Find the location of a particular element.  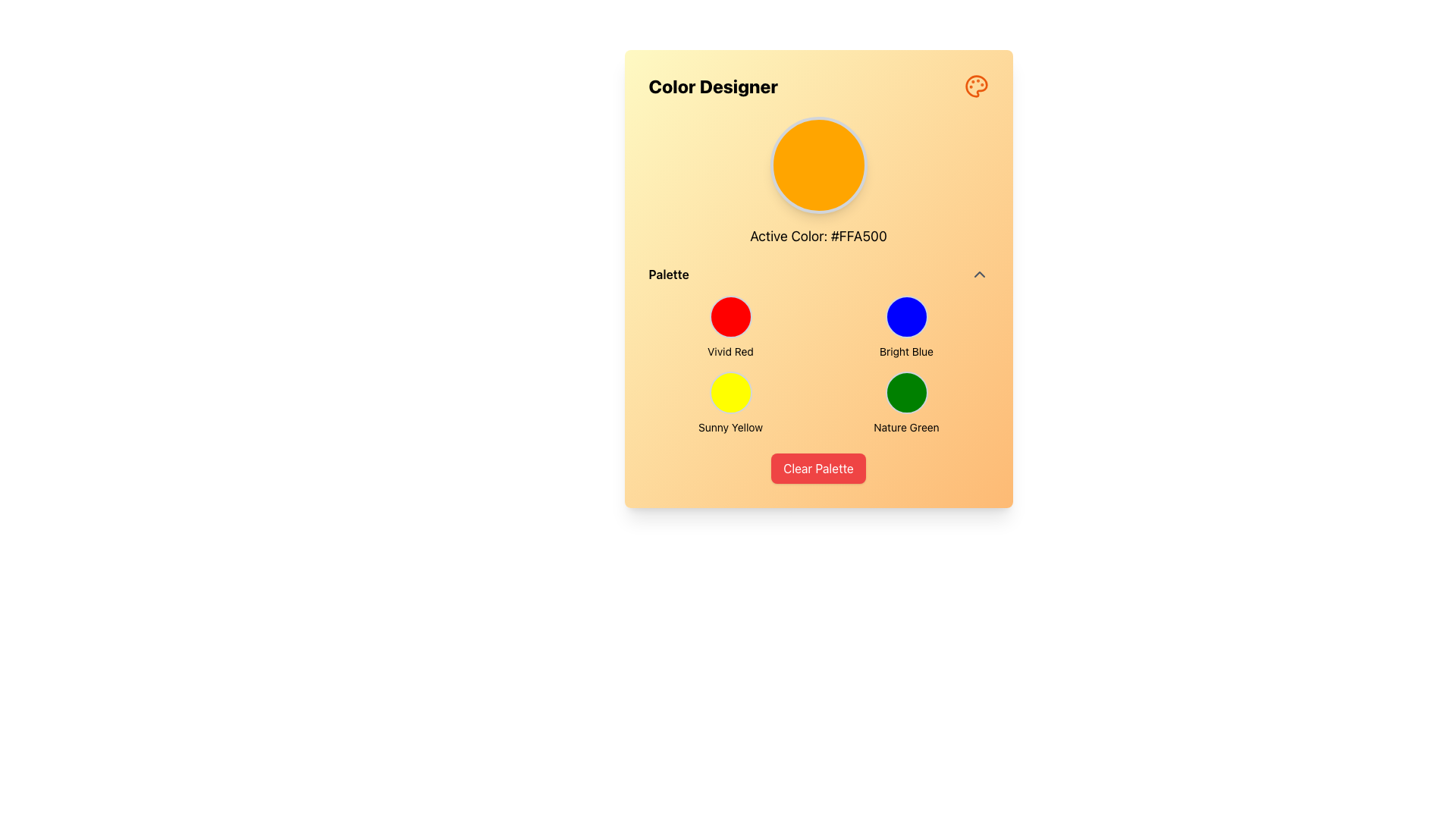

the central circular element of the orange painter's palette icon located in the upper-right corner of the 'Color Designer' section is located at coordinates (976, 86).